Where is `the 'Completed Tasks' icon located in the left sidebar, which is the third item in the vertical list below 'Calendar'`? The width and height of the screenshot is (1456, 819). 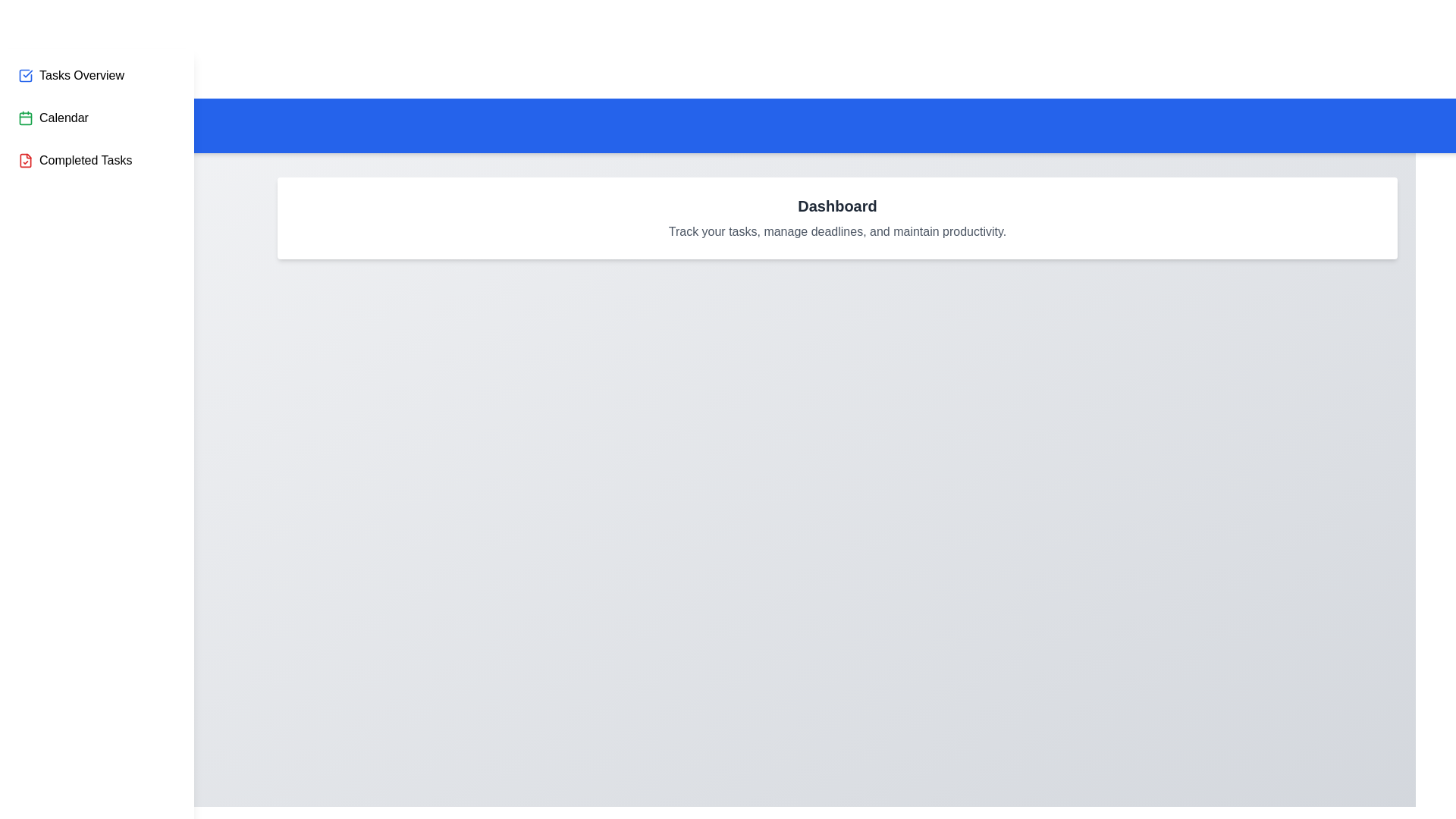 the 'Completed Tasks' icon located in the left sidebar, which is the third item in the vertical list below 'Calendar' is located at coordinates (25, 161).